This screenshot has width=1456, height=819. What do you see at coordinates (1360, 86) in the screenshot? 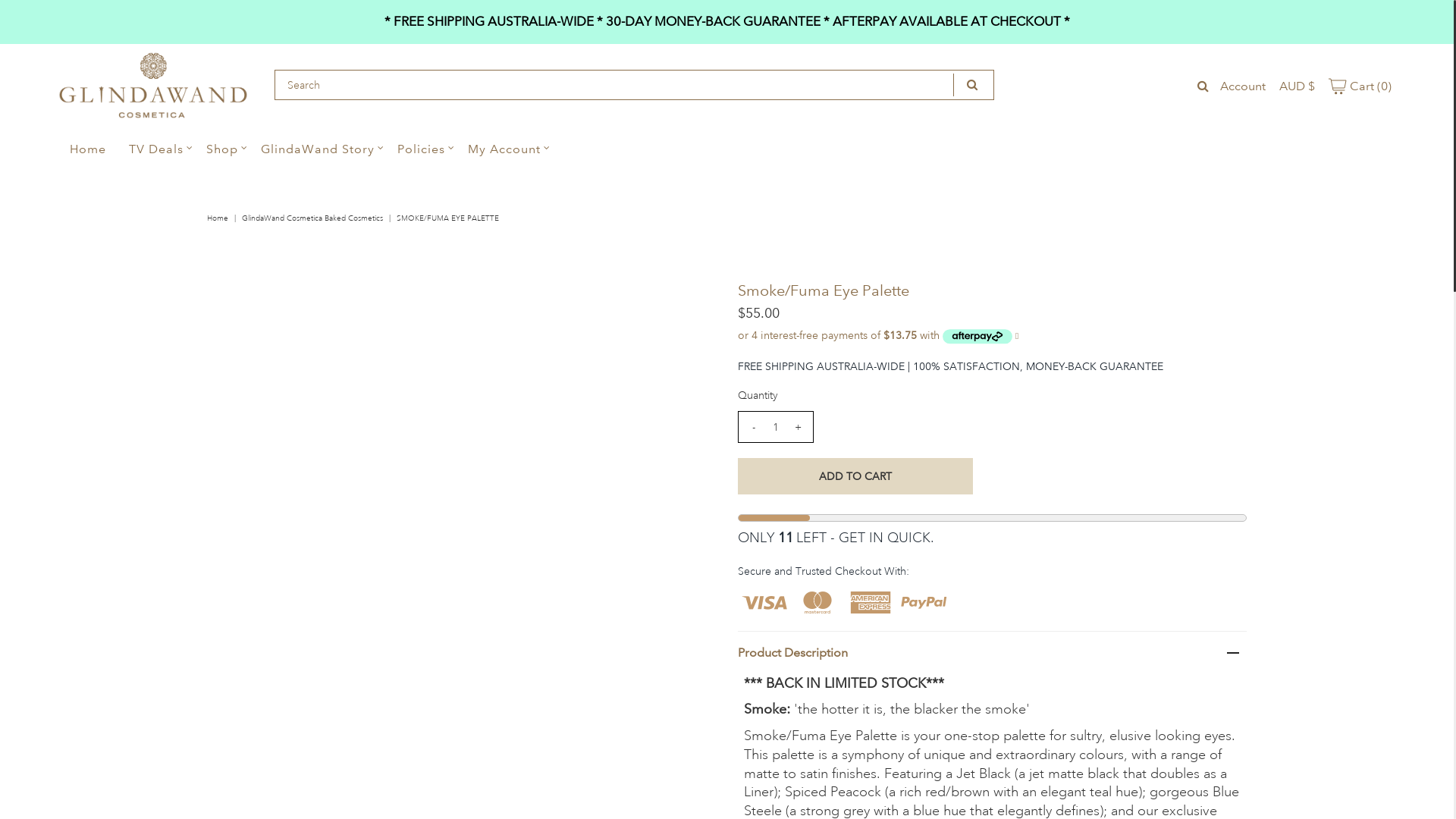
I see `'Cart (0)'` at bounding box center [1360, 86].